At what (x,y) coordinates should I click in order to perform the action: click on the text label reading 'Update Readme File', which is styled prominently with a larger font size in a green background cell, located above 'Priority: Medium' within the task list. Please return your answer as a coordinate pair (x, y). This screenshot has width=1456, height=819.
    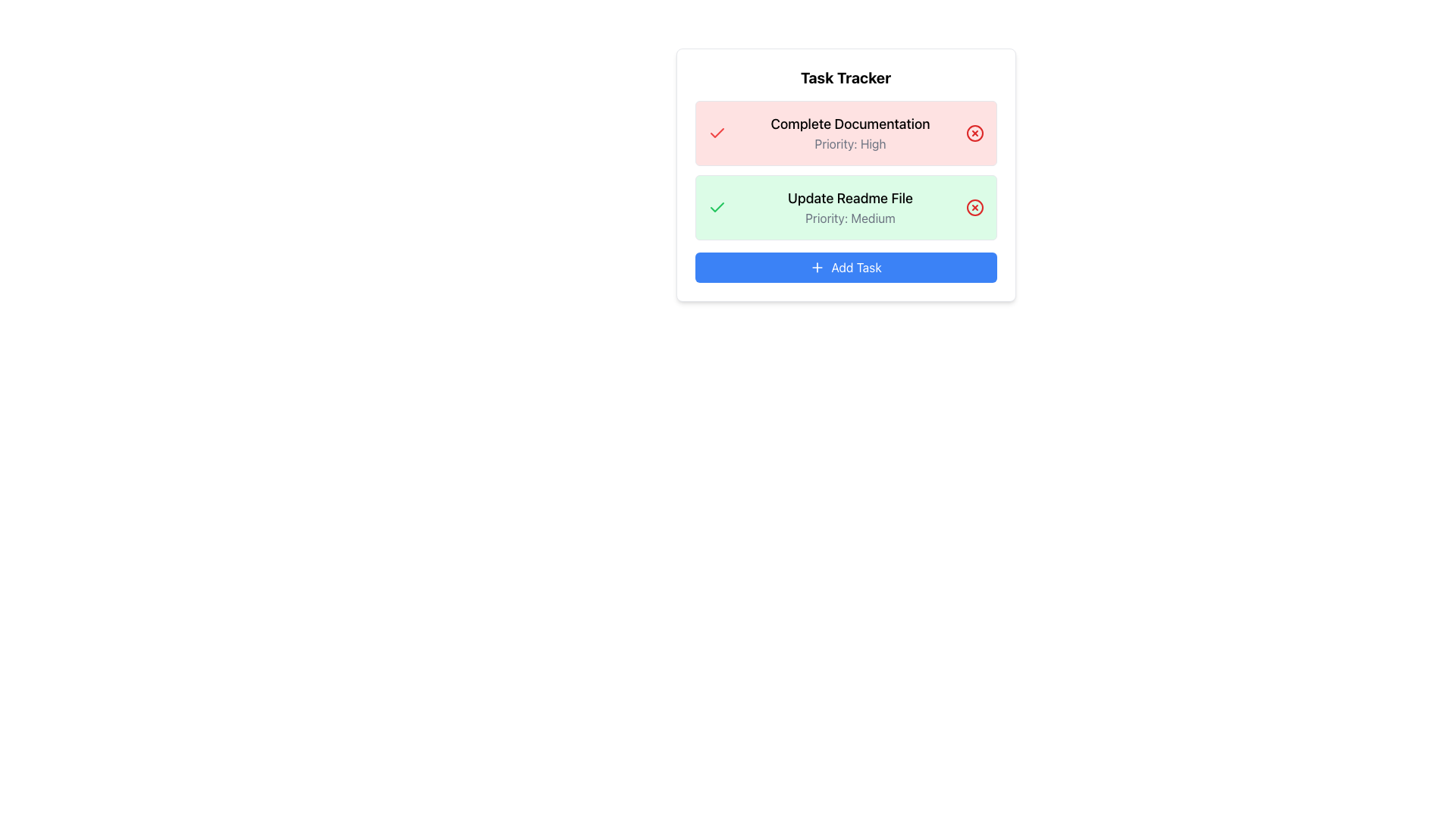
    Looking at the image, I should click on (850, 198).